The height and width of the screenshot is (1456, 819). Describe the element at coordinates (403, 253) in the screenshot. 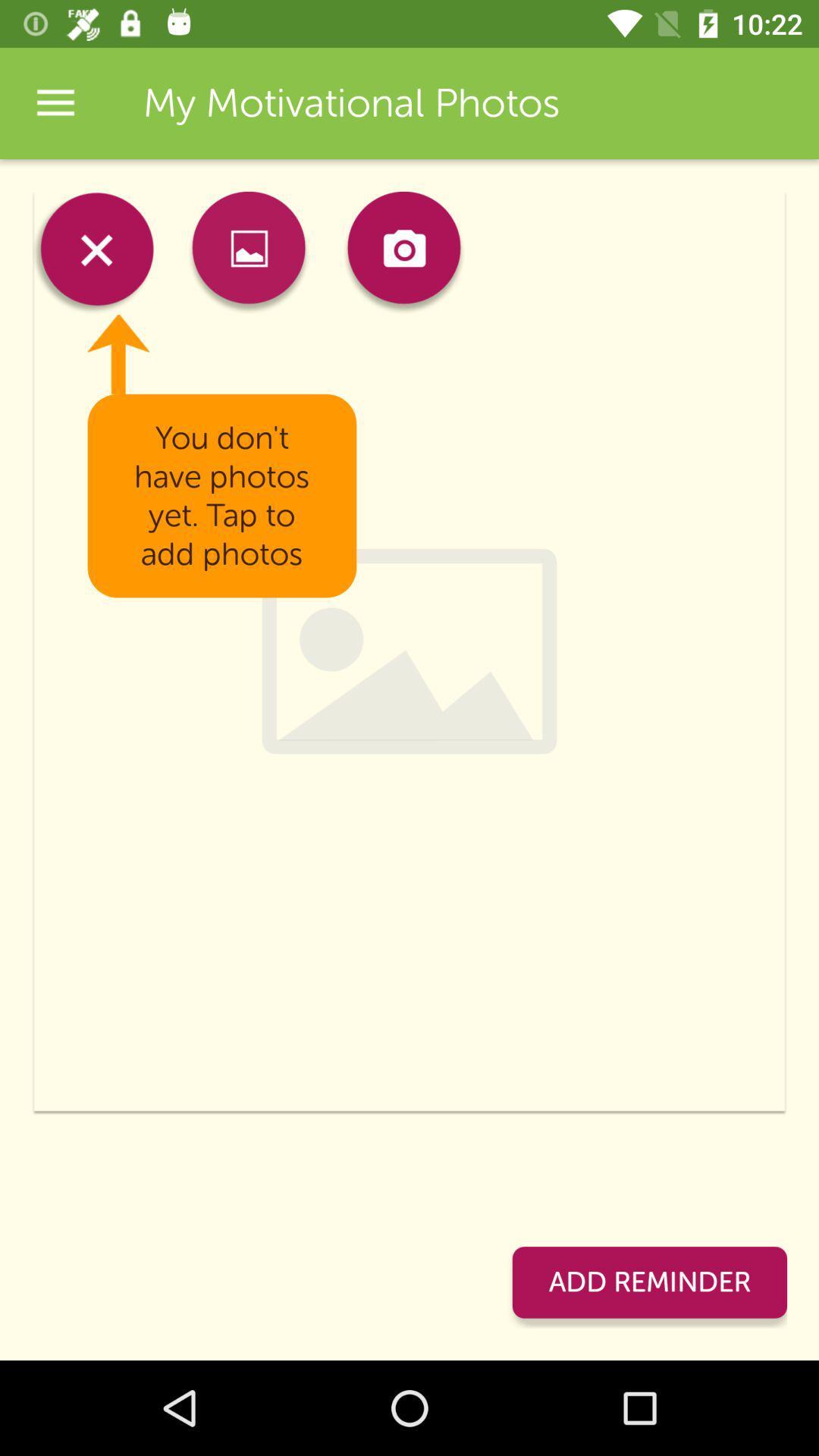

I see `the photo icon` at that location.